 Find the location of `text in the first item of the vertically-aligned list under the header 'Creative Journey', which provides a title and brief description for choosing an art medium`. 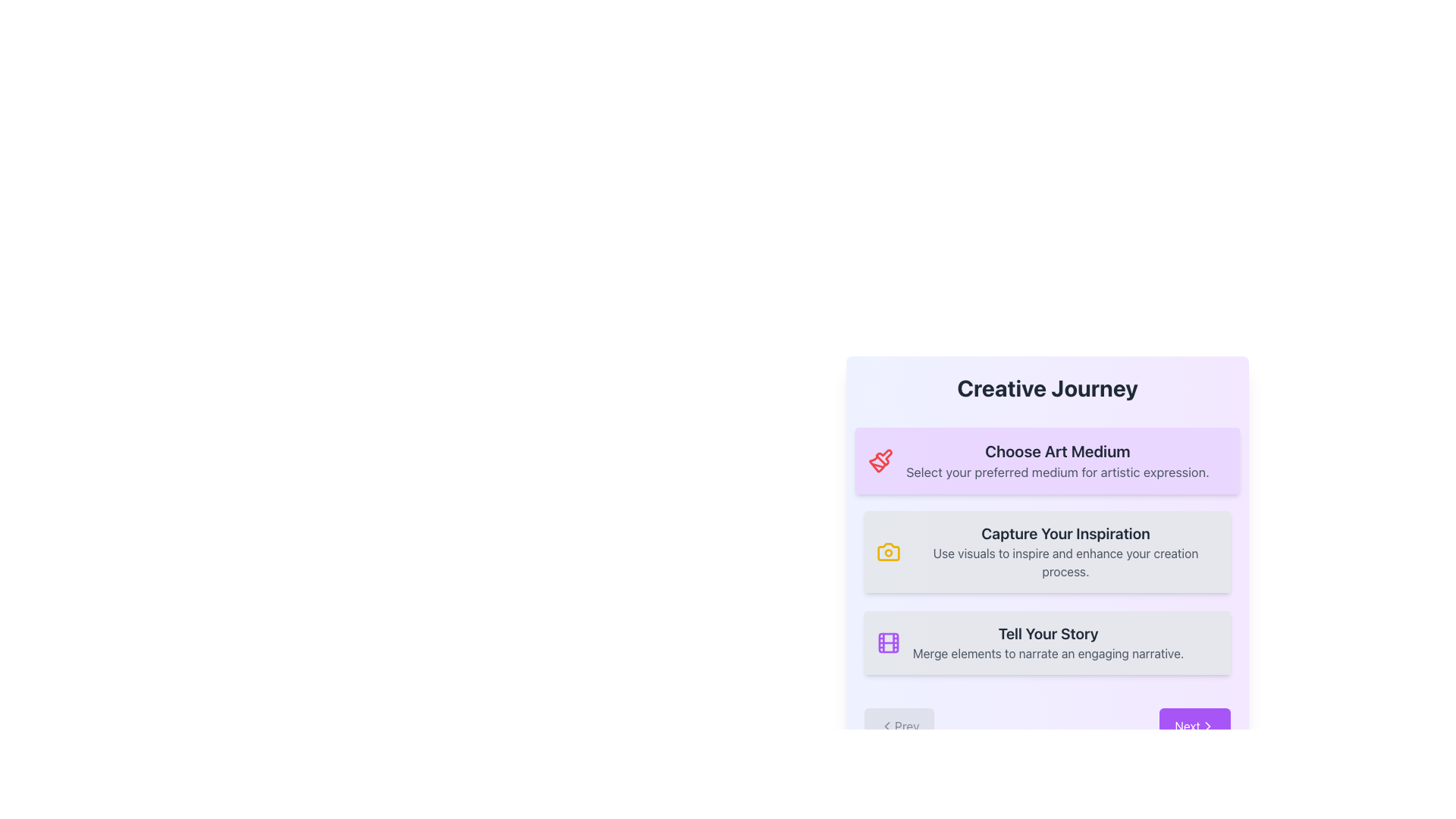

text in the first item of the vertically-aligned list under the header 'Creative Journey', which provides a title and brief description for choosing an art medium is located at coordinates (1056, 460).